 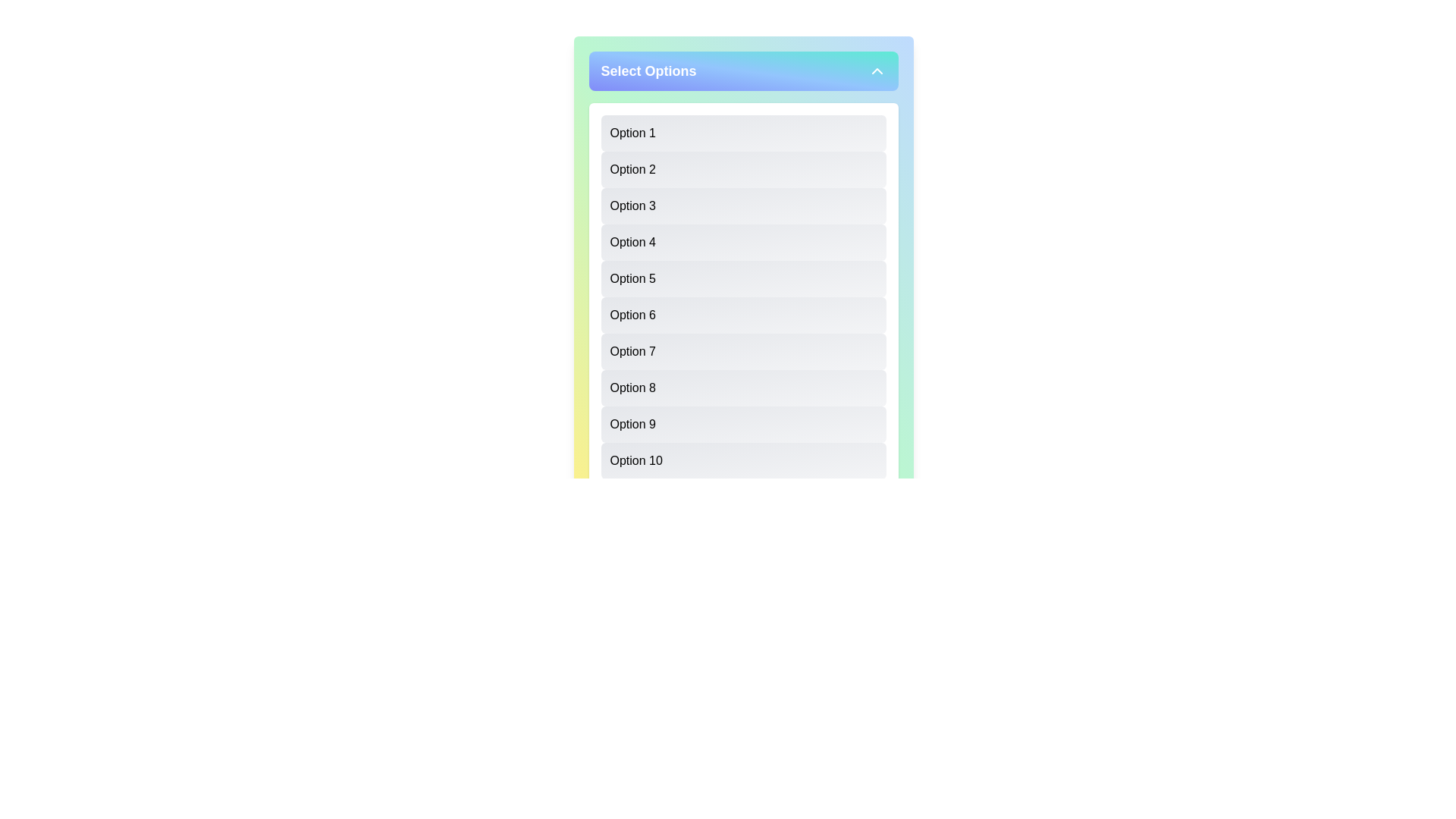 I want to click on the list item labeled 'Option 6', so click(x=632, y=315).